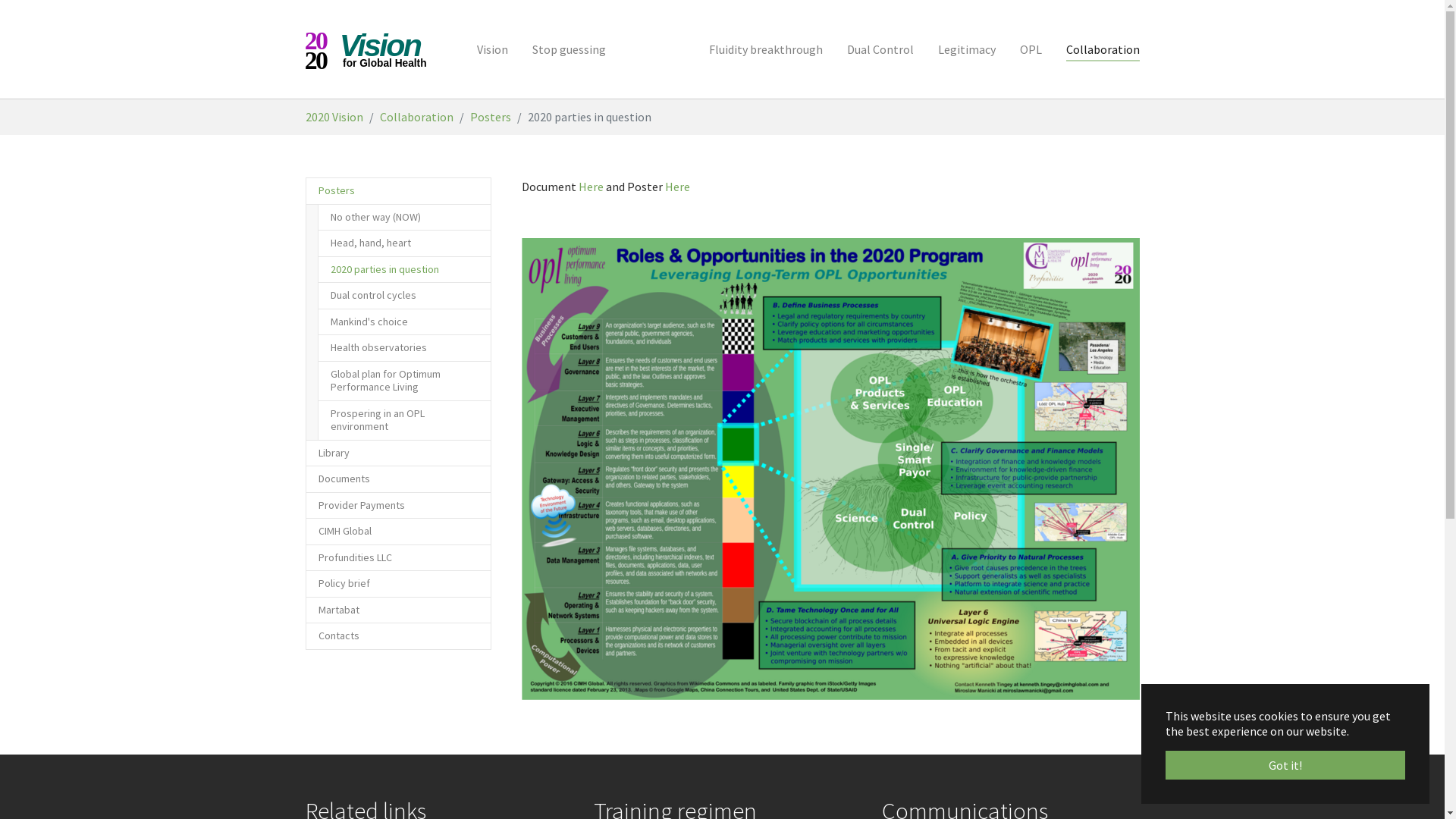  I want to click on 'Dual Control', so click(880, 49).